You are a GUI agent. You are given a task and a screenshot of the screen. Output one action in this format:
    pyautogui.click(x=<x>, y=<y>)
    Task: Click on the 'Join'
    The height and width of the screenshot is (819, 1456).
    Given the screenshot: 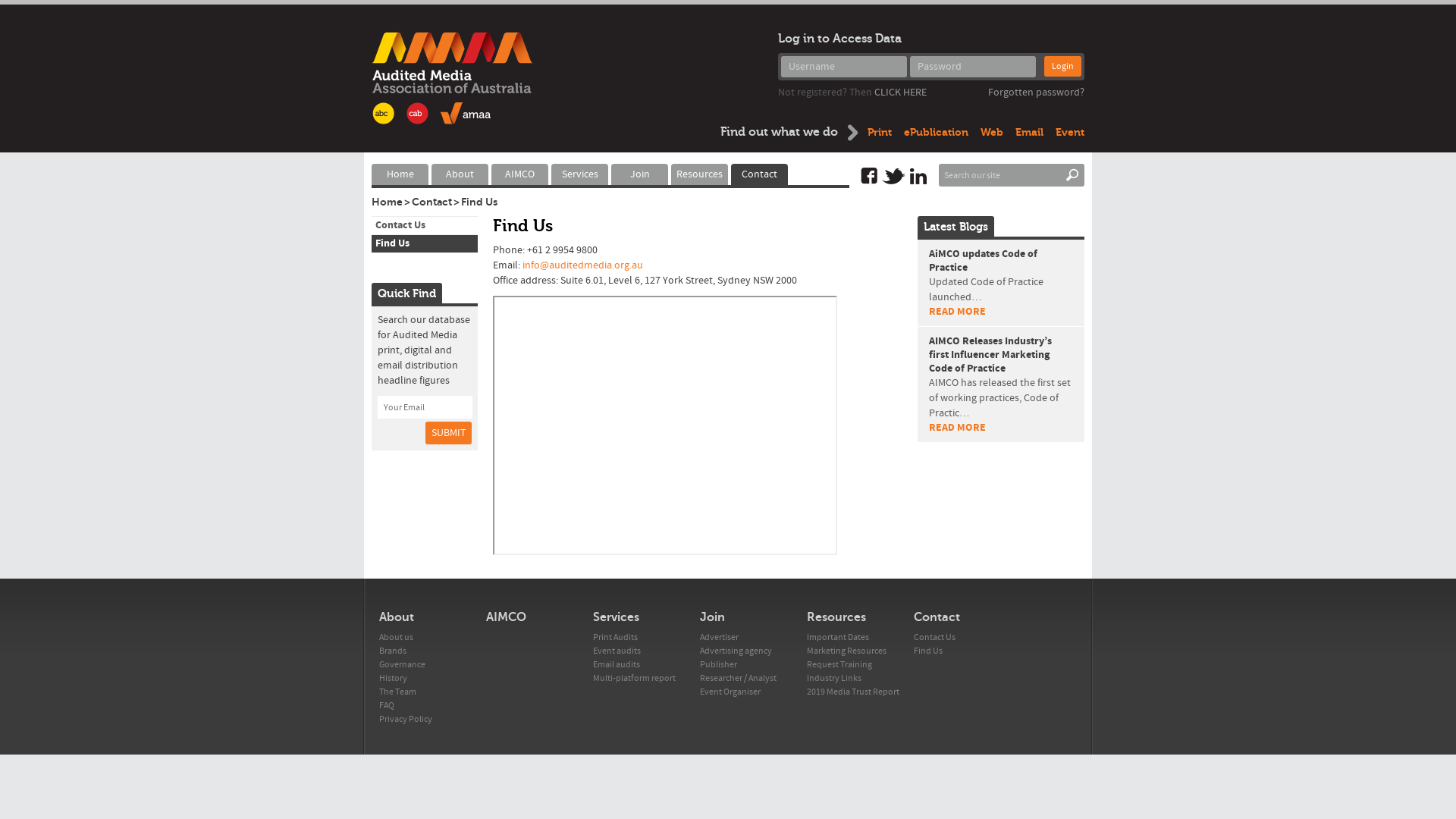 What is the action you would take?
    pyautogui.click(x=711, y=617)
    